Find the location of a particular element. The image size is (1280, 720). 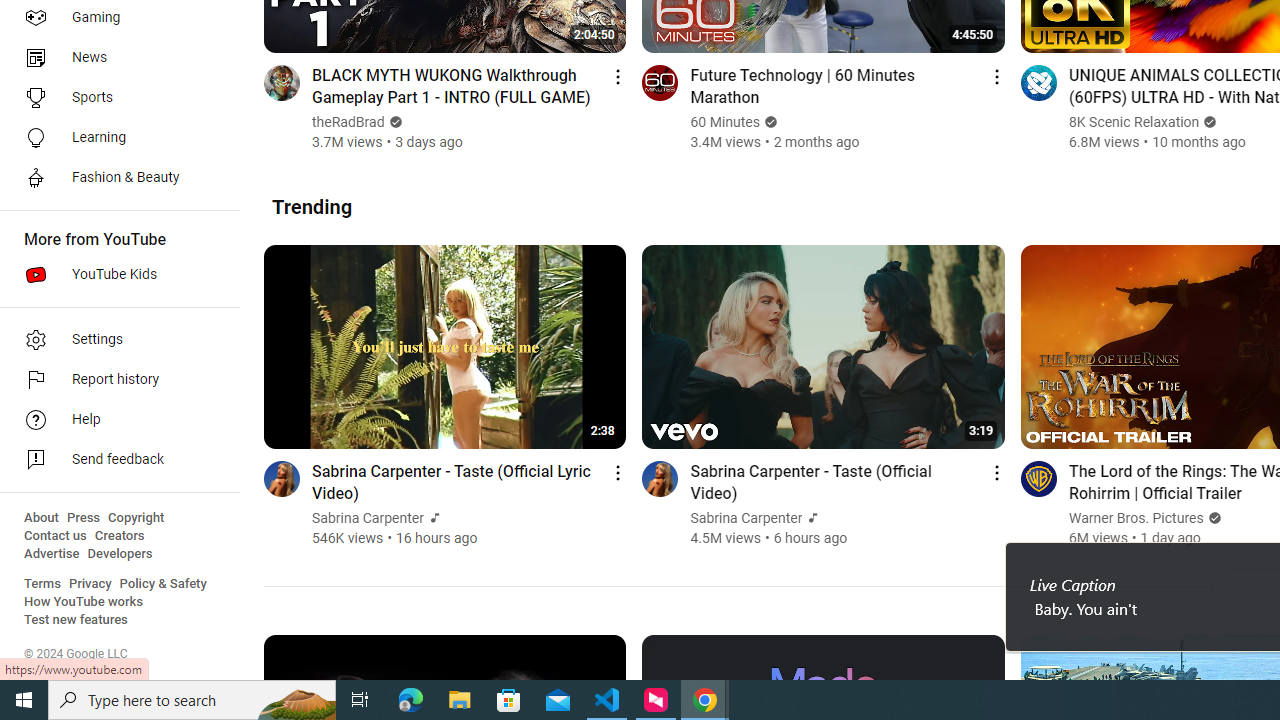

'Press' is located at coordinates (82, 517).